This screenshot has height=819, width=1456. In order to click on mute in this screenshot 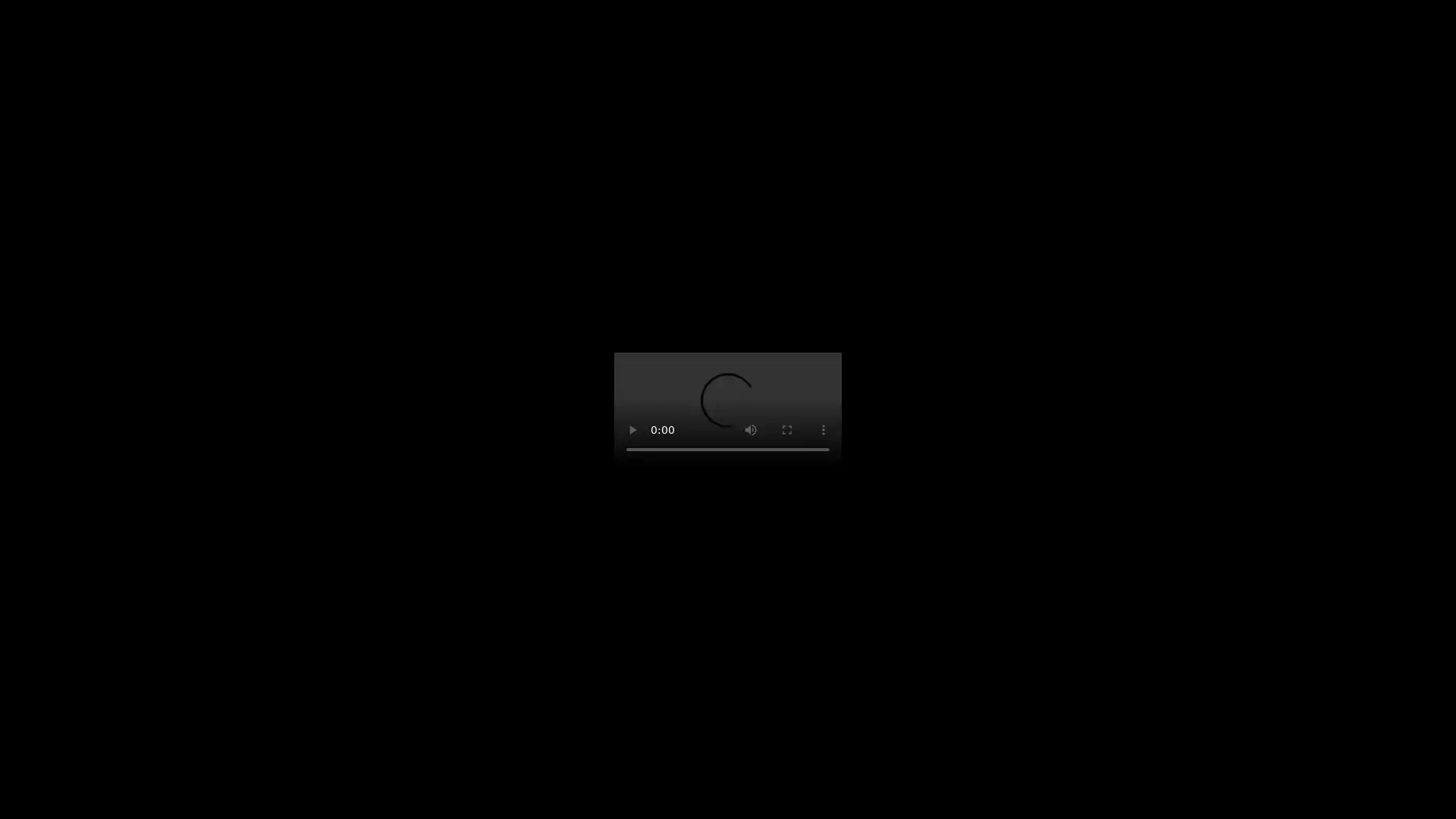, I will do `click(750, 430)`.